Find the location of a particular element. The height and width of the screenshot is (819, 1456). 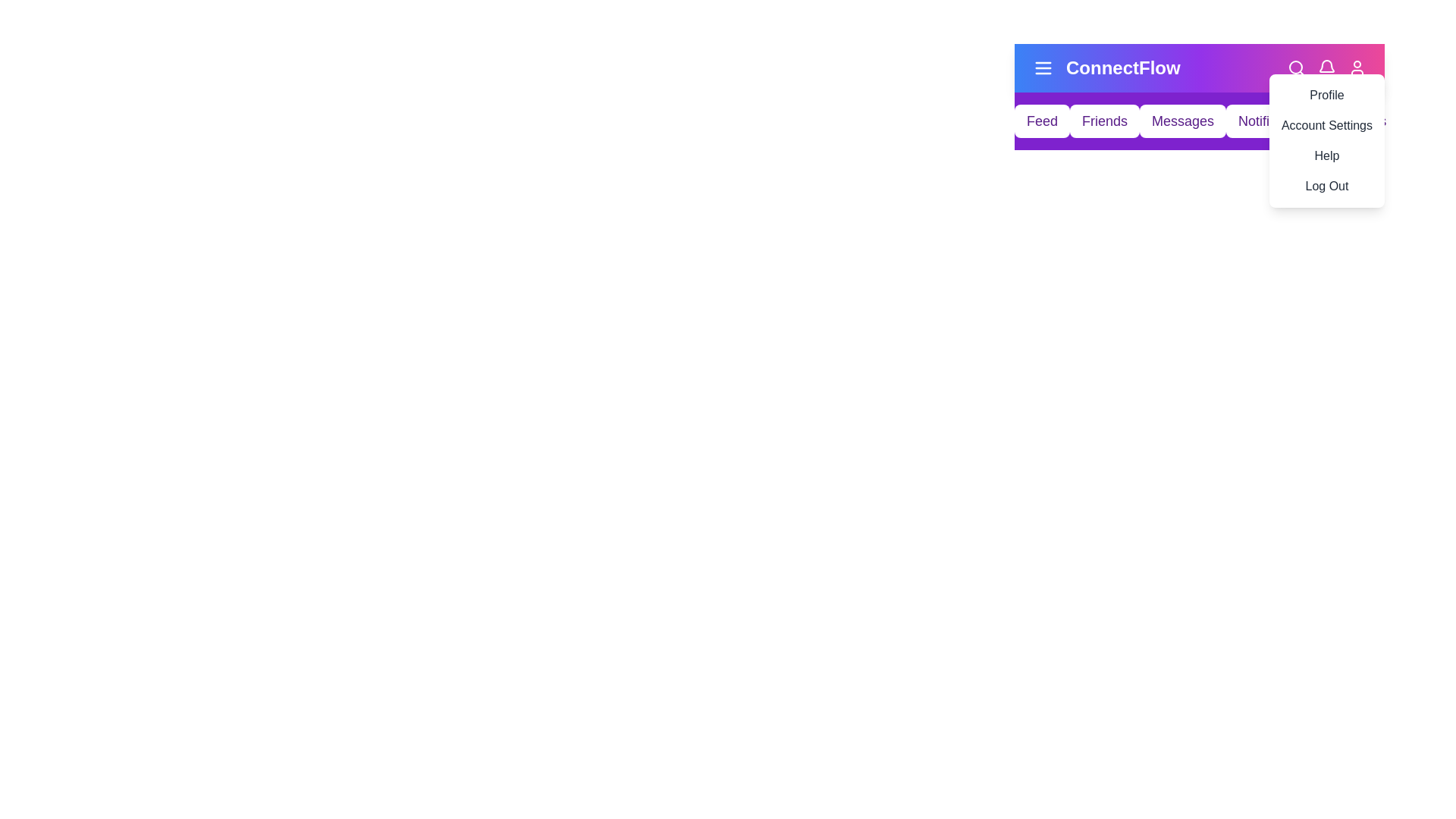

the navigation menu item labeled Settings to navigate to the respective section is located at coordinates (1361, 120).